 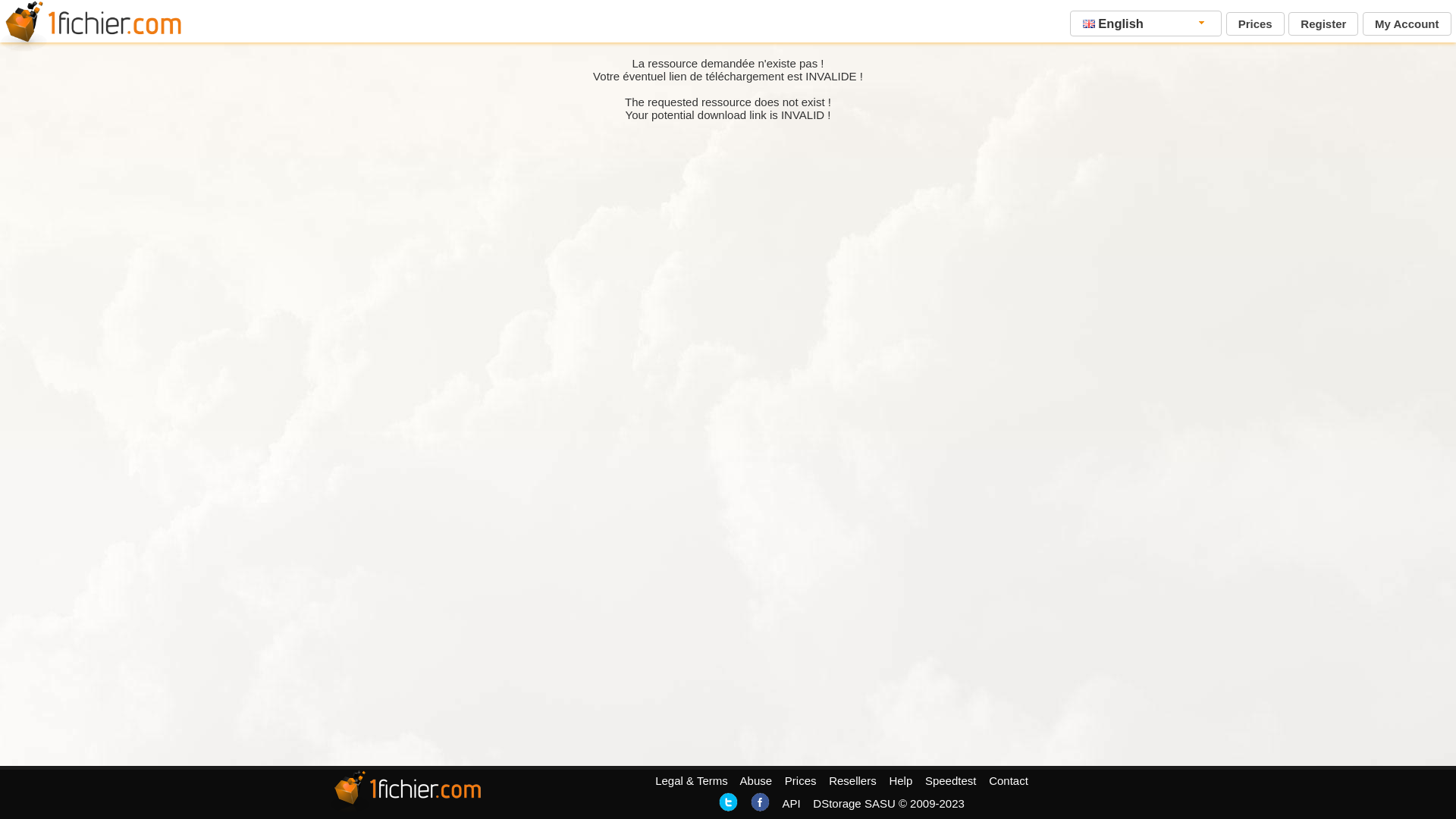 I want to click on 'Speedtest', so click(x=949, y=780).